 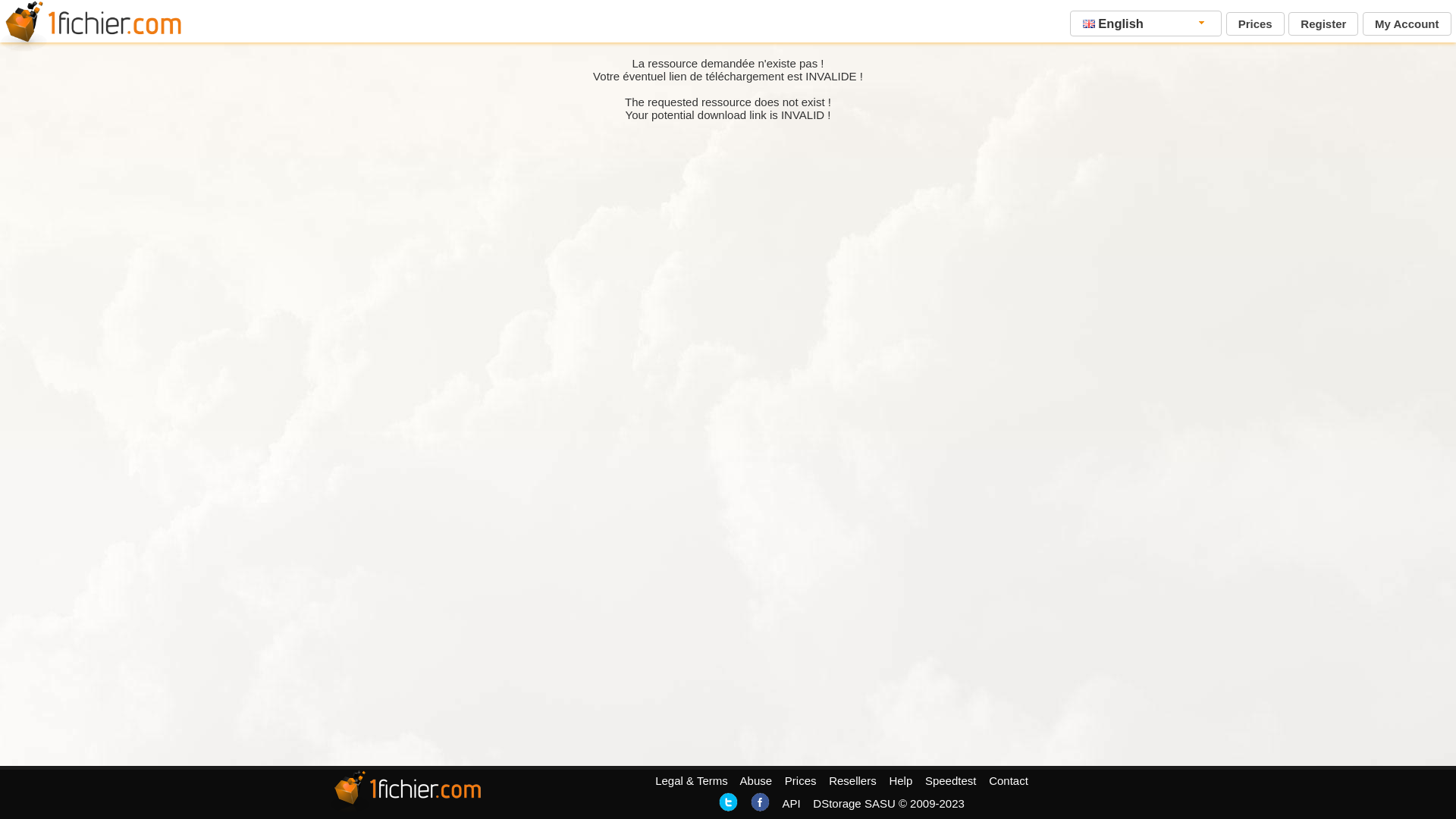 I want to click on 'Speedtest', so click(x=949, y=780).